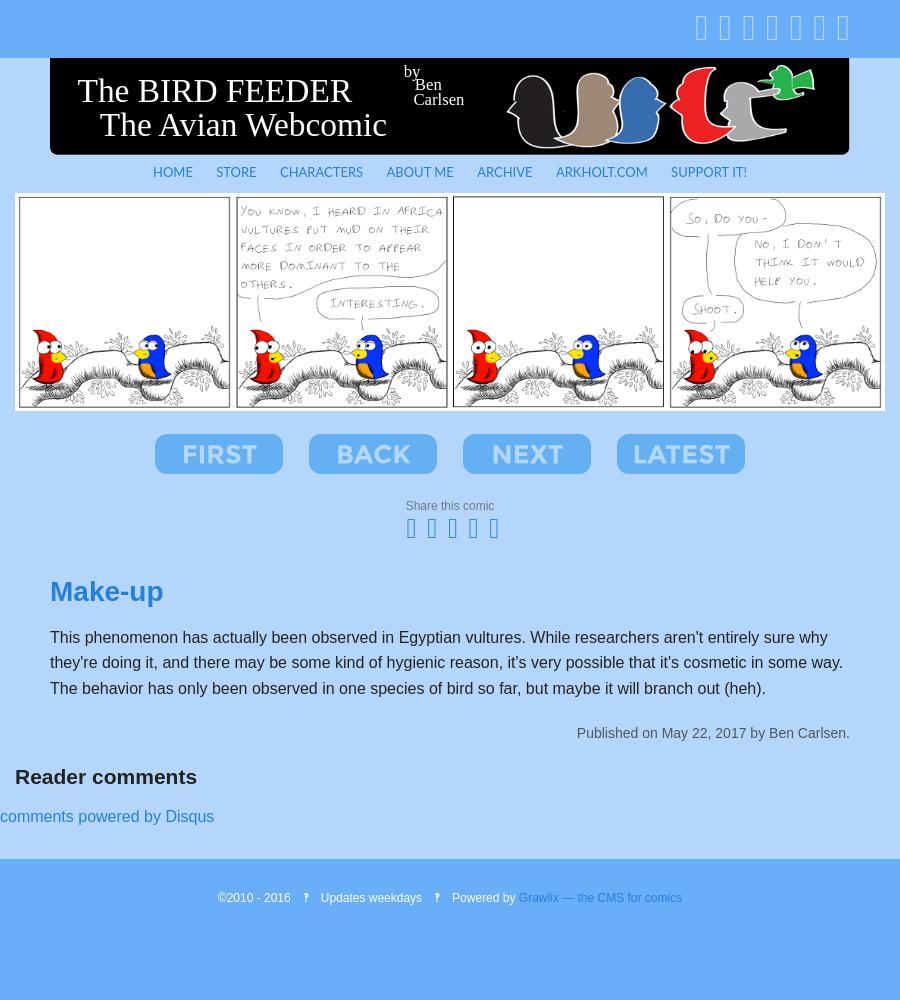 Image resolution: width=900 pixels, height=1000 pixels. What do you see at coordinates (105, 775) in the screenshot?
I see `'Reader comments'` at bounding box center [105, 775].